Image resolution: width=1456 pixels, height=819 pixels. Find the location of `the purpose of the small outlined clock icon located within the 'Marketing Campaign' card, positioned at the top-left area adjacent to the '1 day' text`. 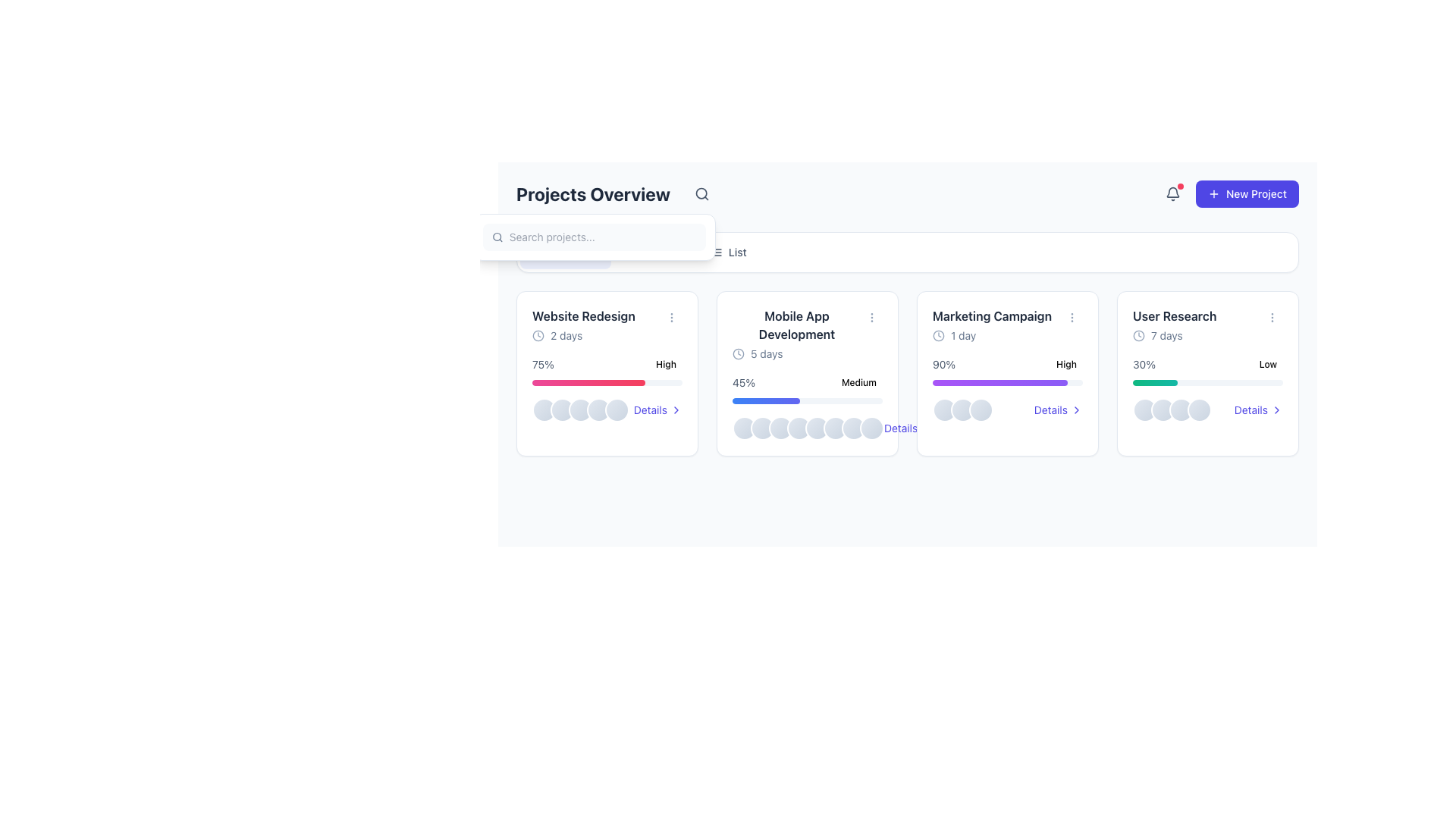

the purpose of the small outlined clock icon located within the 'Marketing Campaign' card, positioned at the top-left area adjacent to the '1 day' text is located at coordinates (938, 335).